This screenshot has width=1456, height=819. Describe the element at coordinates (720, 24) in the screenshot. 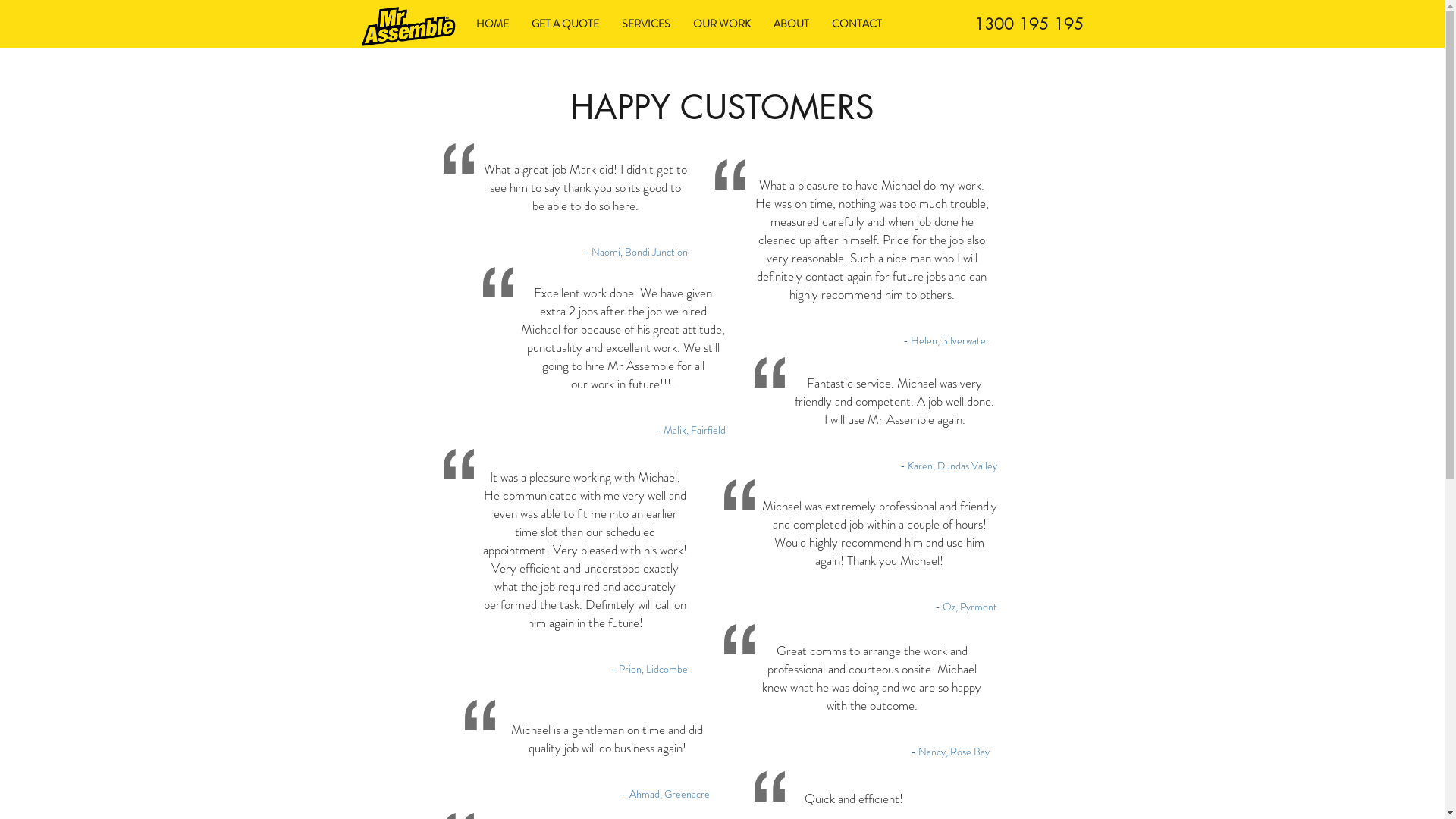

I see `'OUR WORK'` at that location.